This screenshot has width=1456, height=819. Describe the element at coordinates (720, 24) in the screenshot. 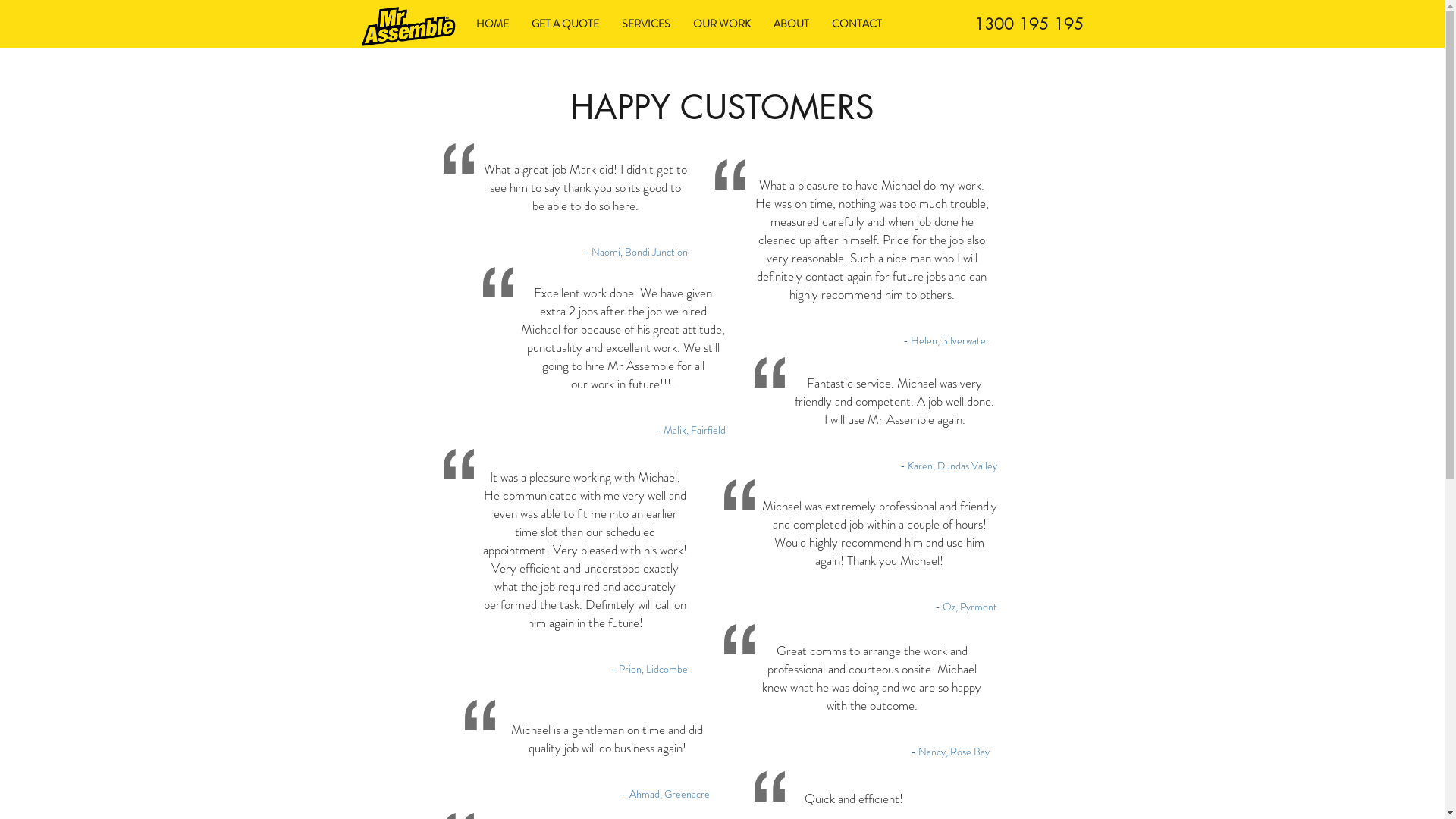

I see `'OUR WORK'` at that location.